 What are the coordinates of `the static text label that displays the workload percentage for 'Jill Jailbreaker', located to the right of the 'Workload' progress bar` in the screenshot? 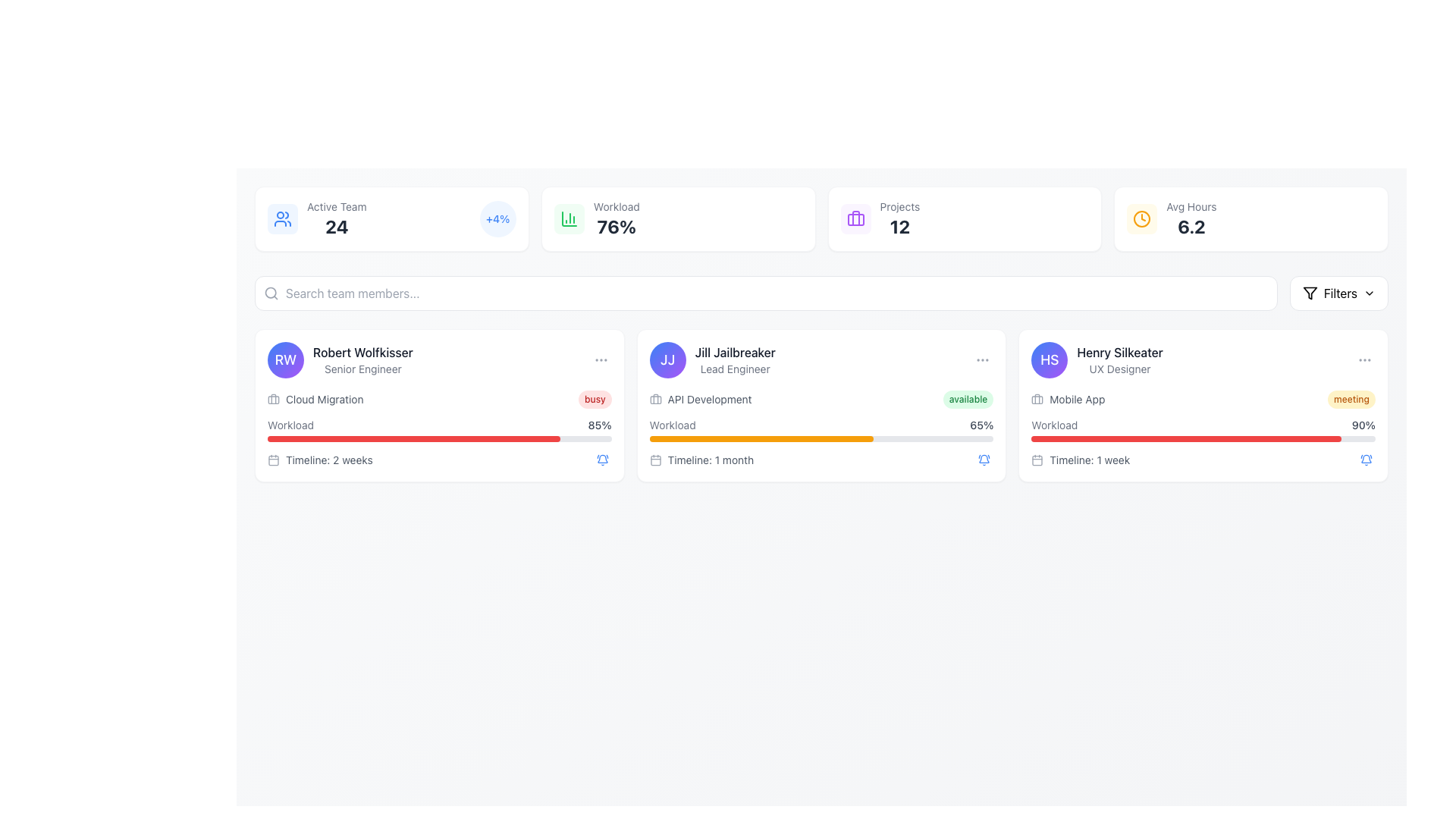 It's located at (981, 425).